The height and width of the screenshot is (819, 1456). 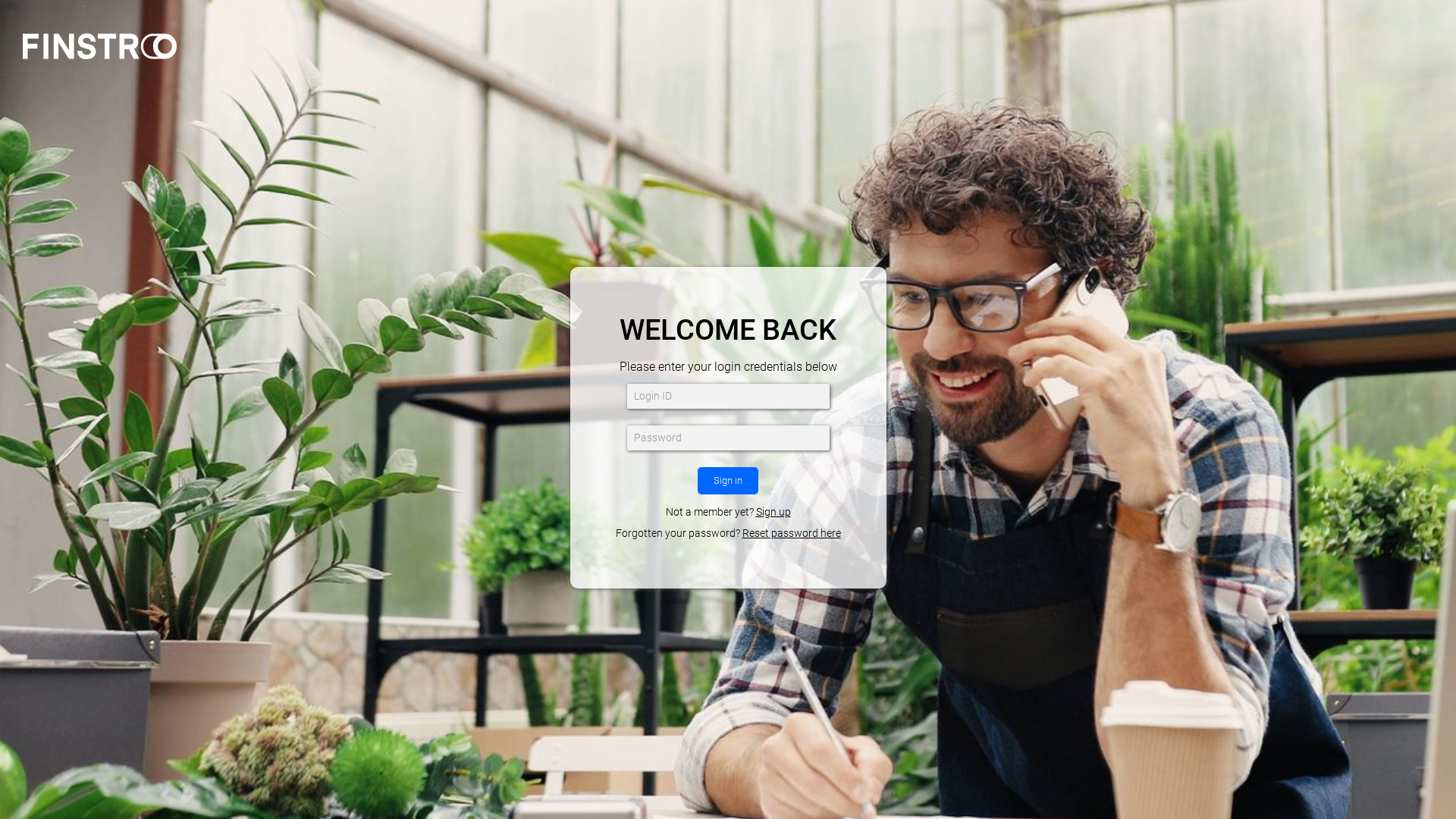 What do you see at coordinates (728, 480) in the screenshot?
I see `'Sign in'` at bounding box center [728, 480].